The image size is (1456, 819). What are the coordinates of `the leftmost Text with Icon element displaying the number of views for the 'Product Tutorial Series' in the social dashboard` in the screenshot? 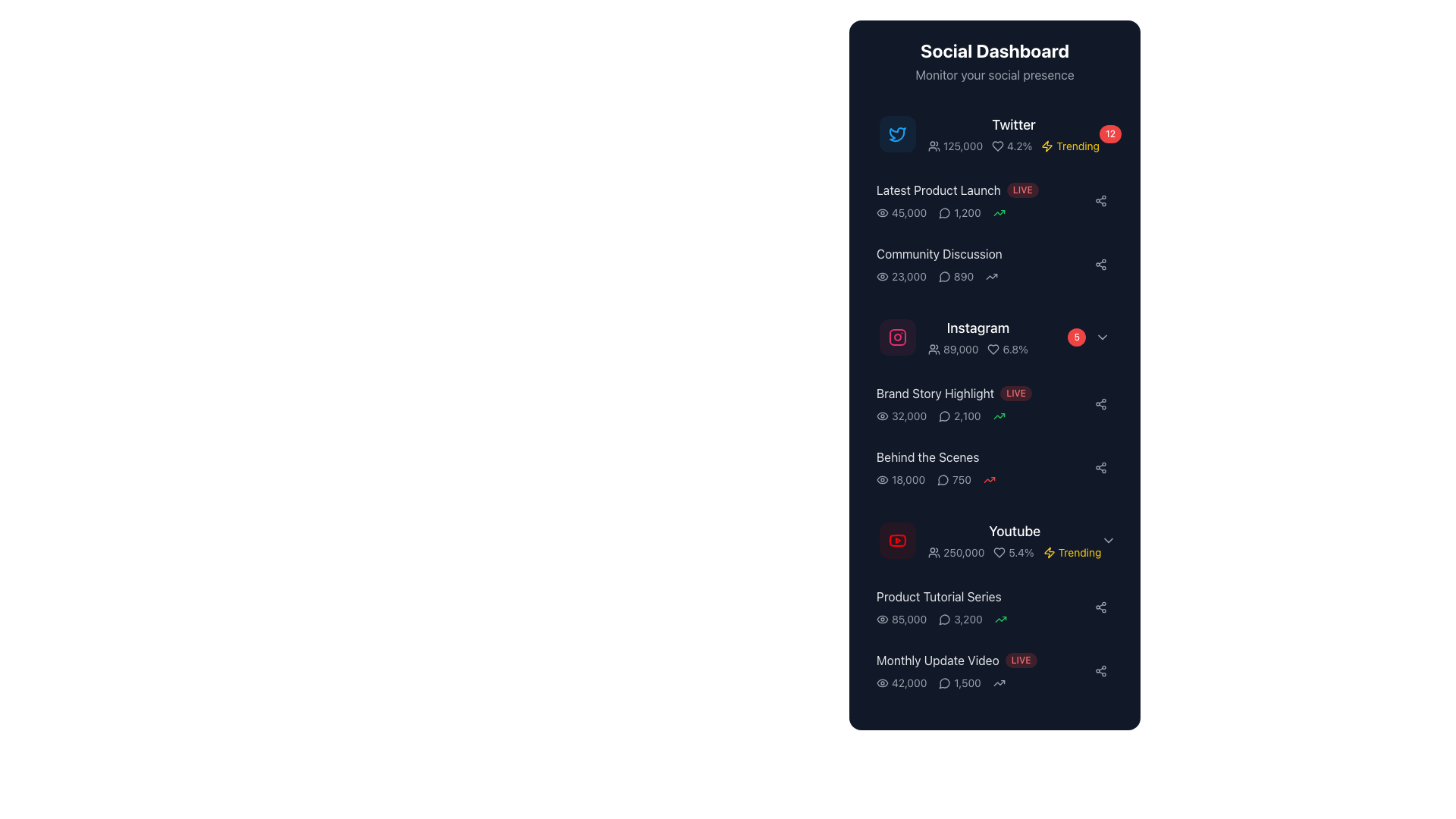 It's located at (902, 620).